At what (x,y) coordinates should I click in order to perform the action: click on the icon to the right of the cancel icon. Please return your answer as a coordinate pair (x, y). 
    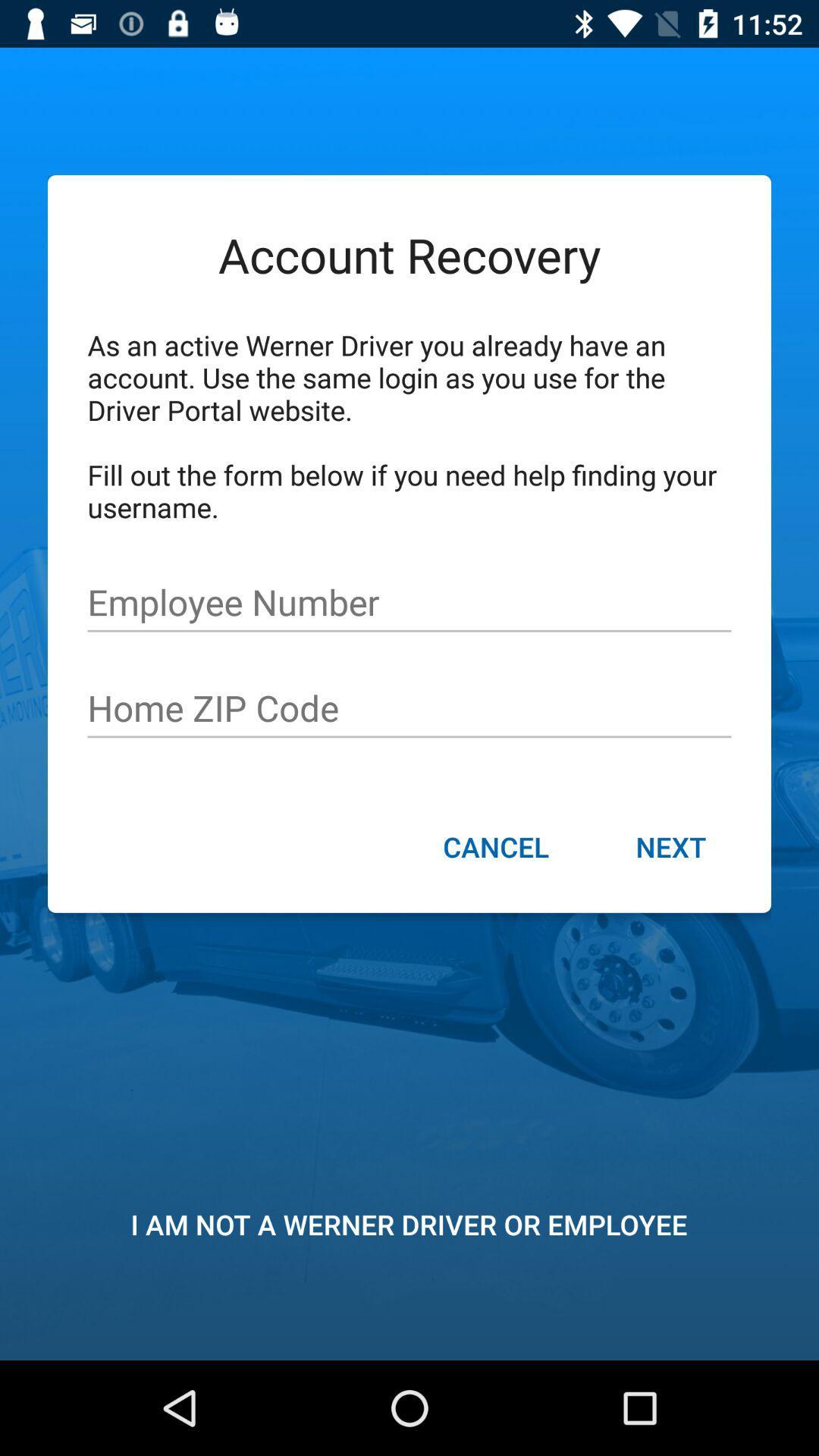
    Looking at the image, I should click on (670, 848).